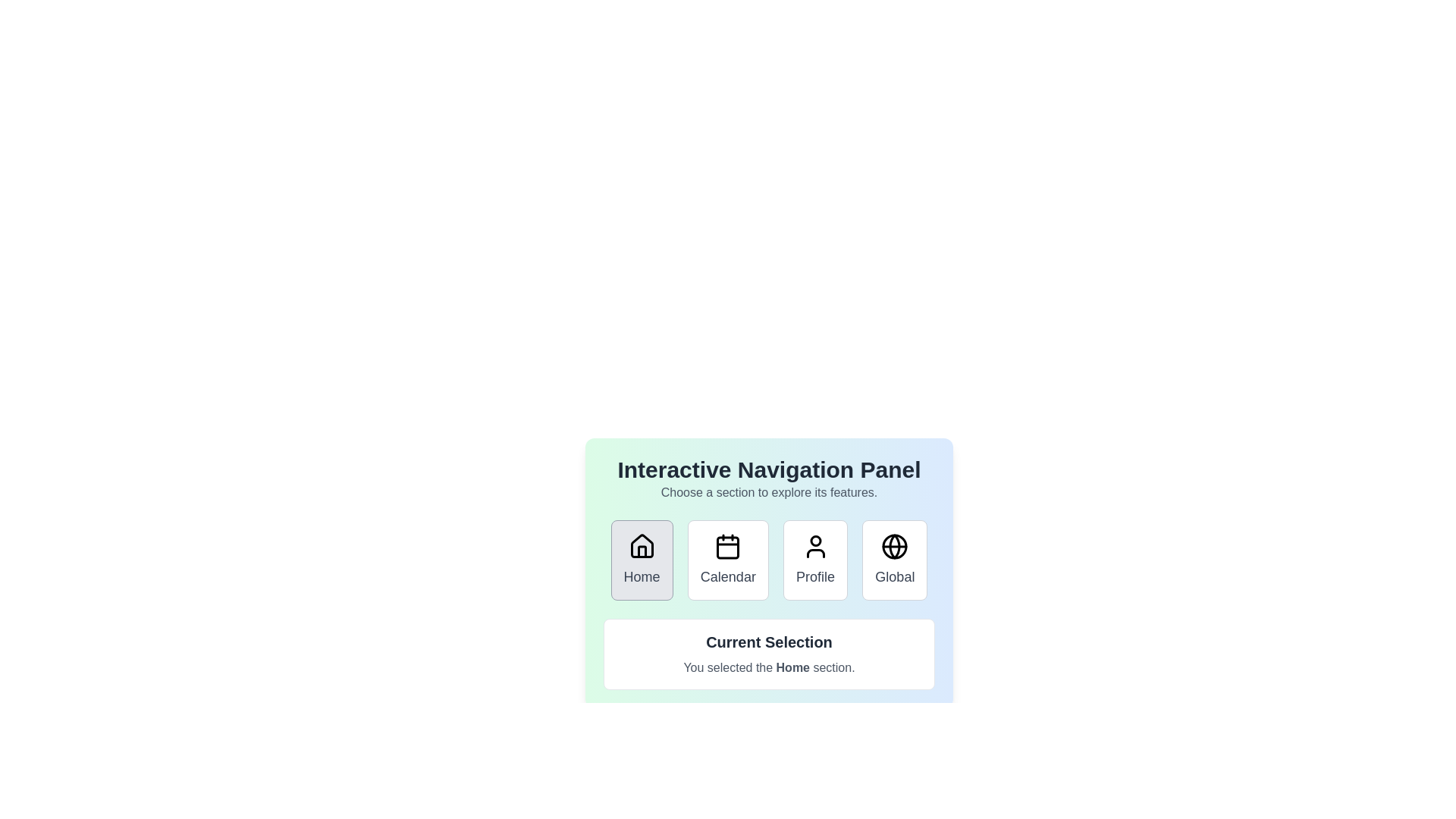 The image size is (1456, 819). I want to click on the profile icon in the navigation panel, which visually identifies the Profile section, so click(814, 540).